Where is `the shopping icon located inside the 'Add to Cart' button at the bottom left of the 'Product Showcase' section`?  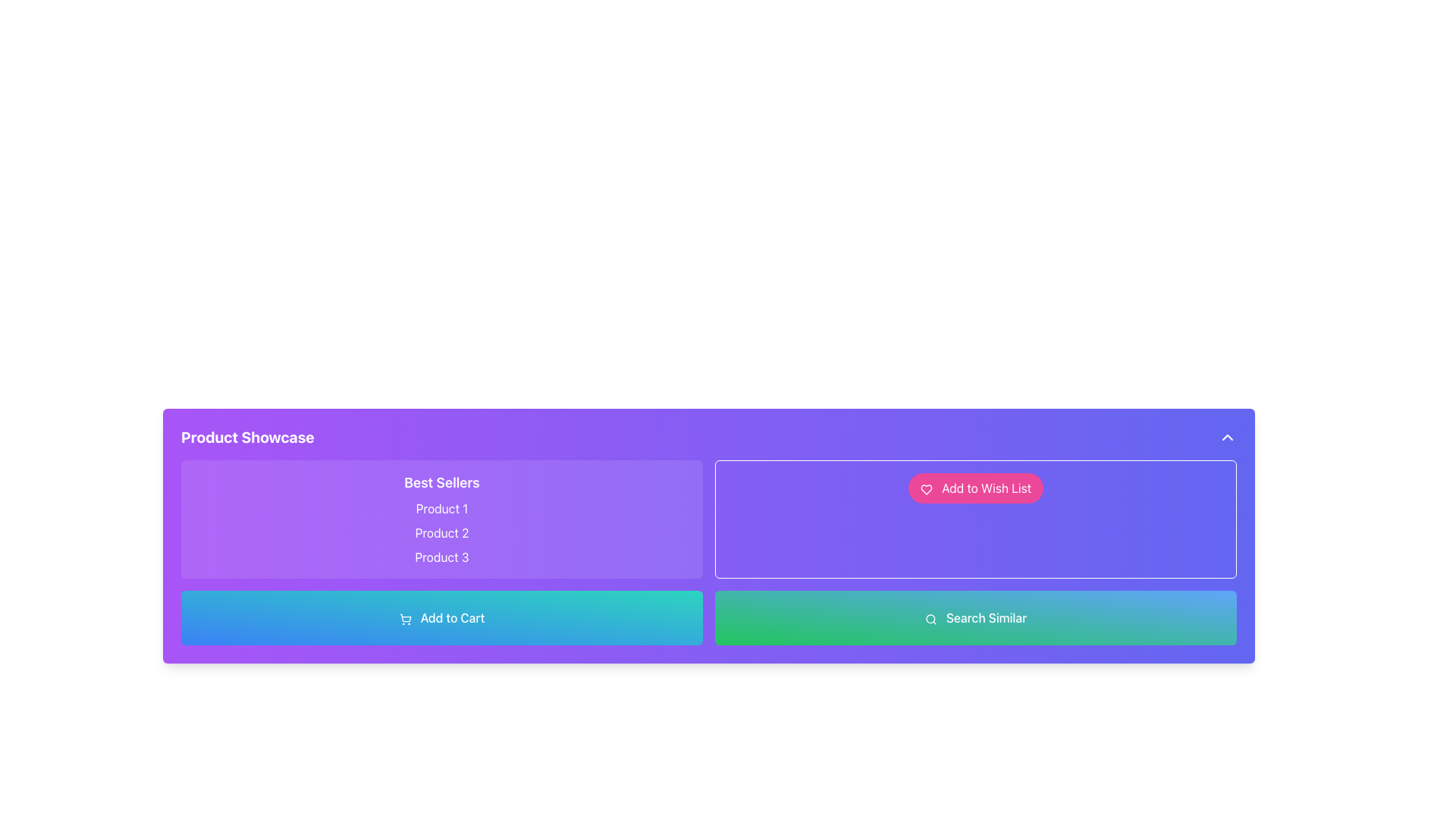 the shopping icon located inside the 'Add to Cart' button at the bottom left of the 'Product Showcase' section is located at coordinates (405, 617).